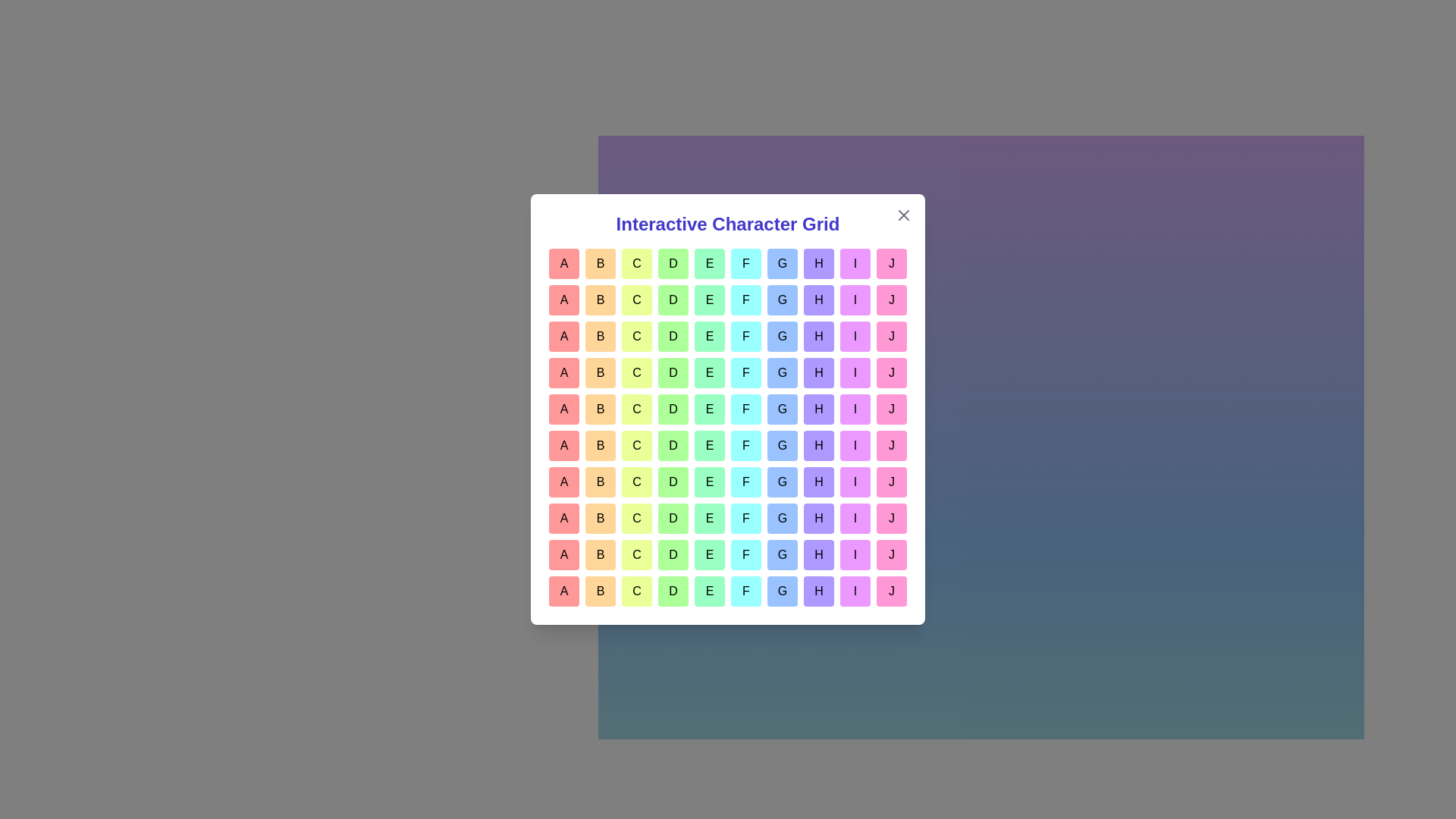  I want to click on the grid cell labeled F, so click(745, 262).